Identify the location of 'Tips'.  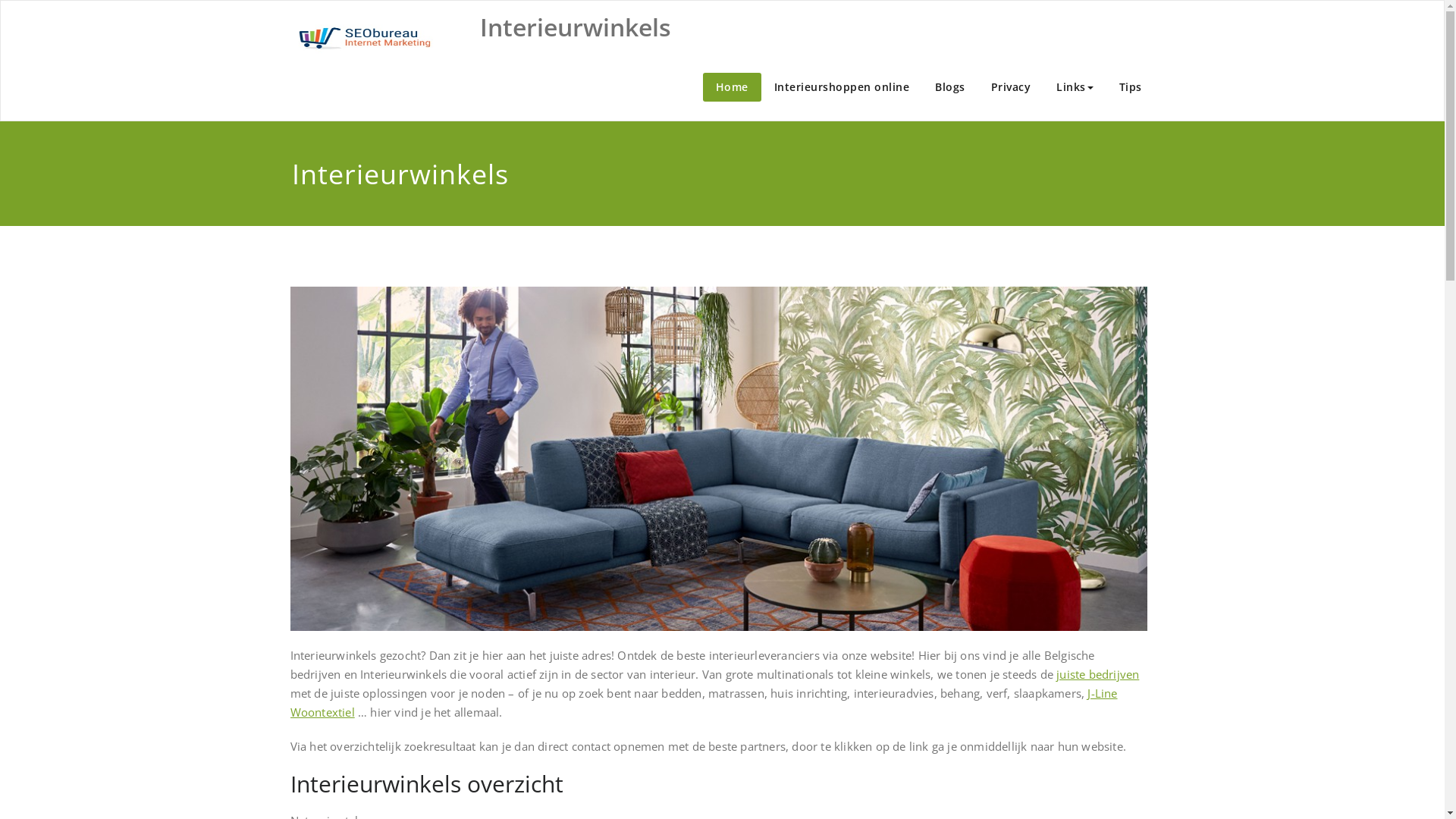
(1129, 87).